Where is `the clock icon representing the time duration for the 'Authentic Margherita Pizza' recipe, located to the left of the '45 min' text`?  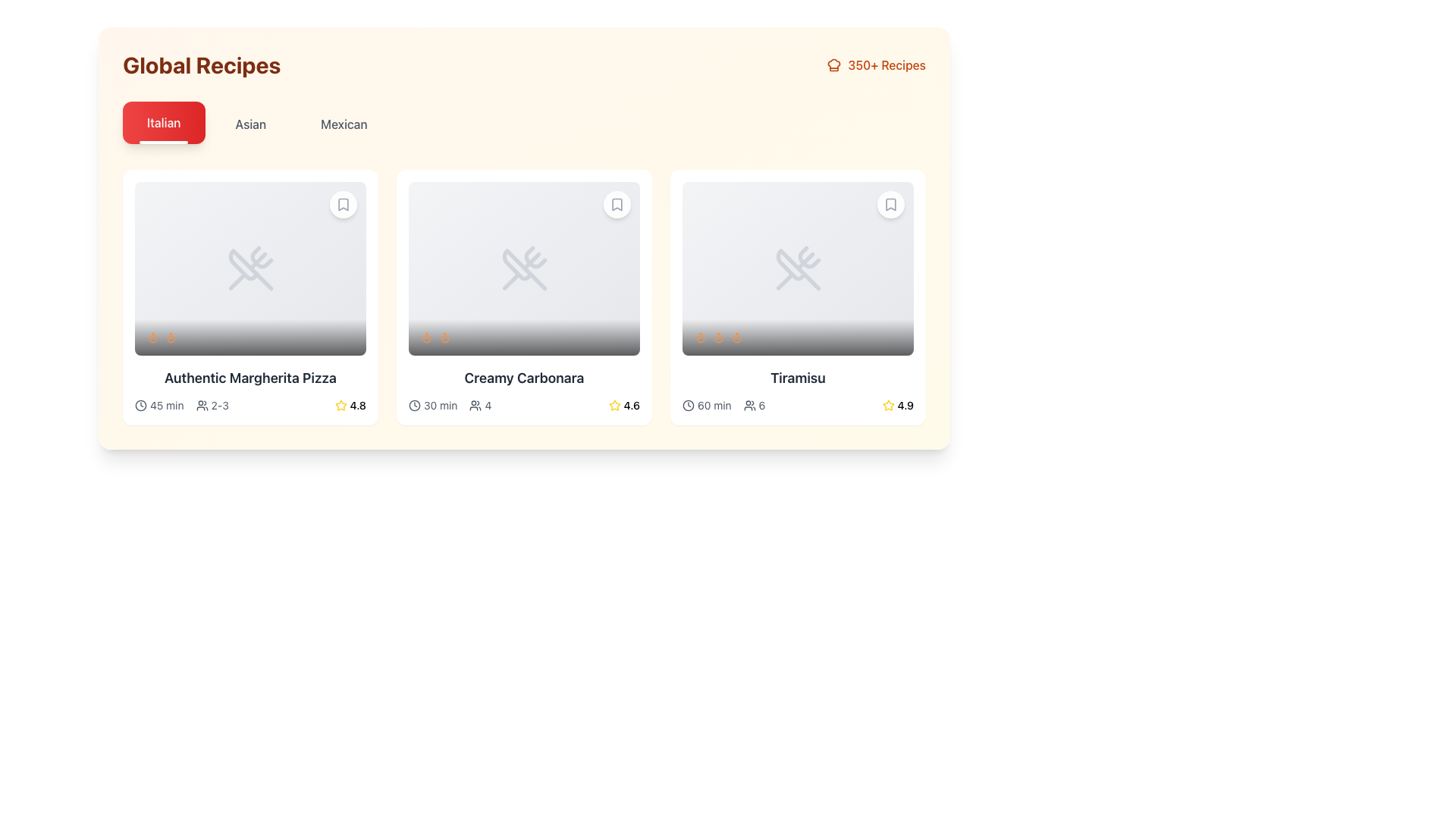
the clock icon representing the time duration for the 'Authentic Margherita Pizza' recipe, located to the left of the '45 min' text is located at coordinates (141, 403).